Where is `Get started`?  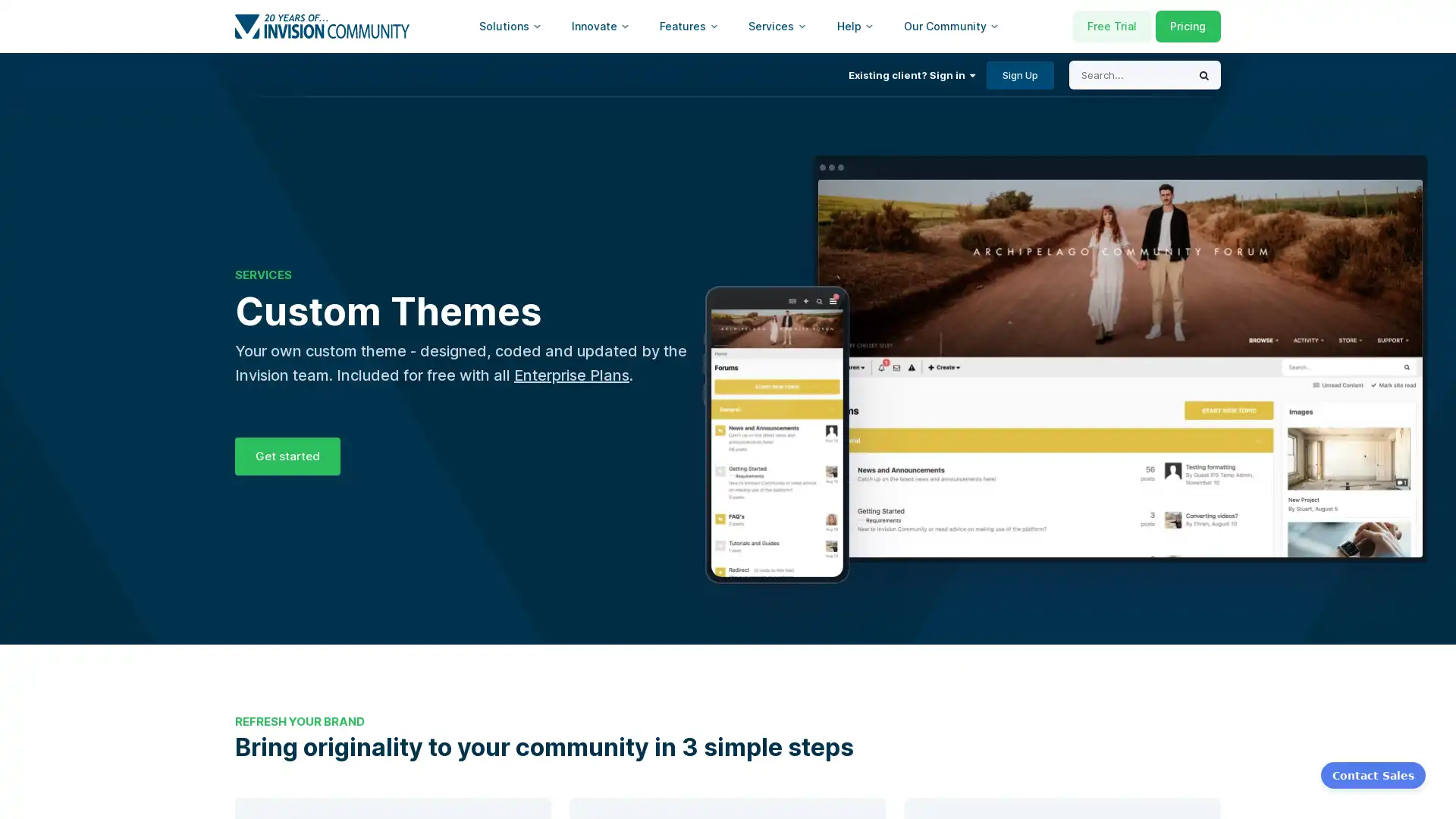 Get started is located at coordinates (287, 455).